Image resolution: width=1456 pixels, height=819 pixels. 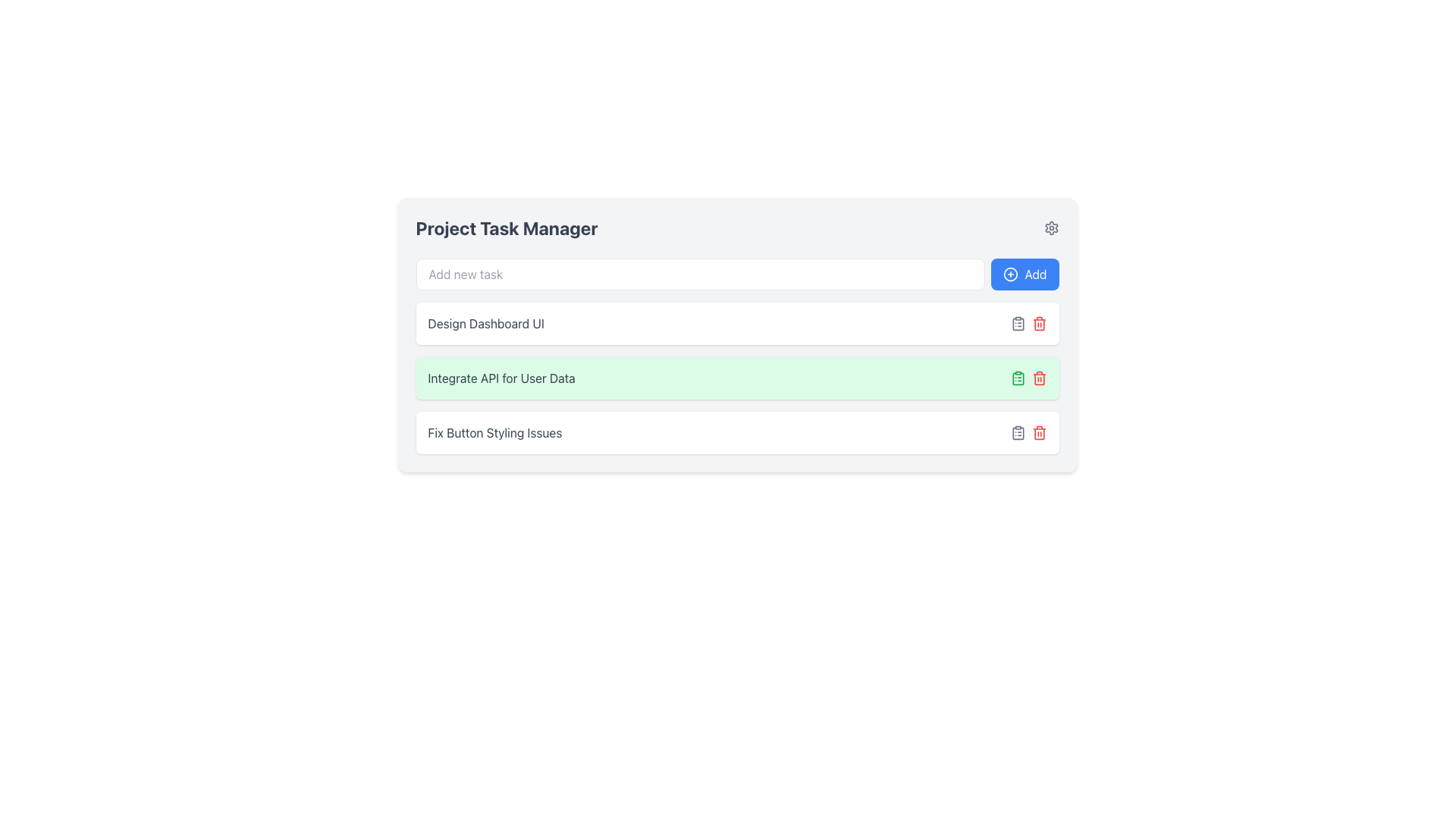 What do you see at coordinates (1025, 275) in the screenshot?
I see `the button for adding tasks, which is positioned to the right of the 'Add new task' input field` at bounding box center [1025, 275].